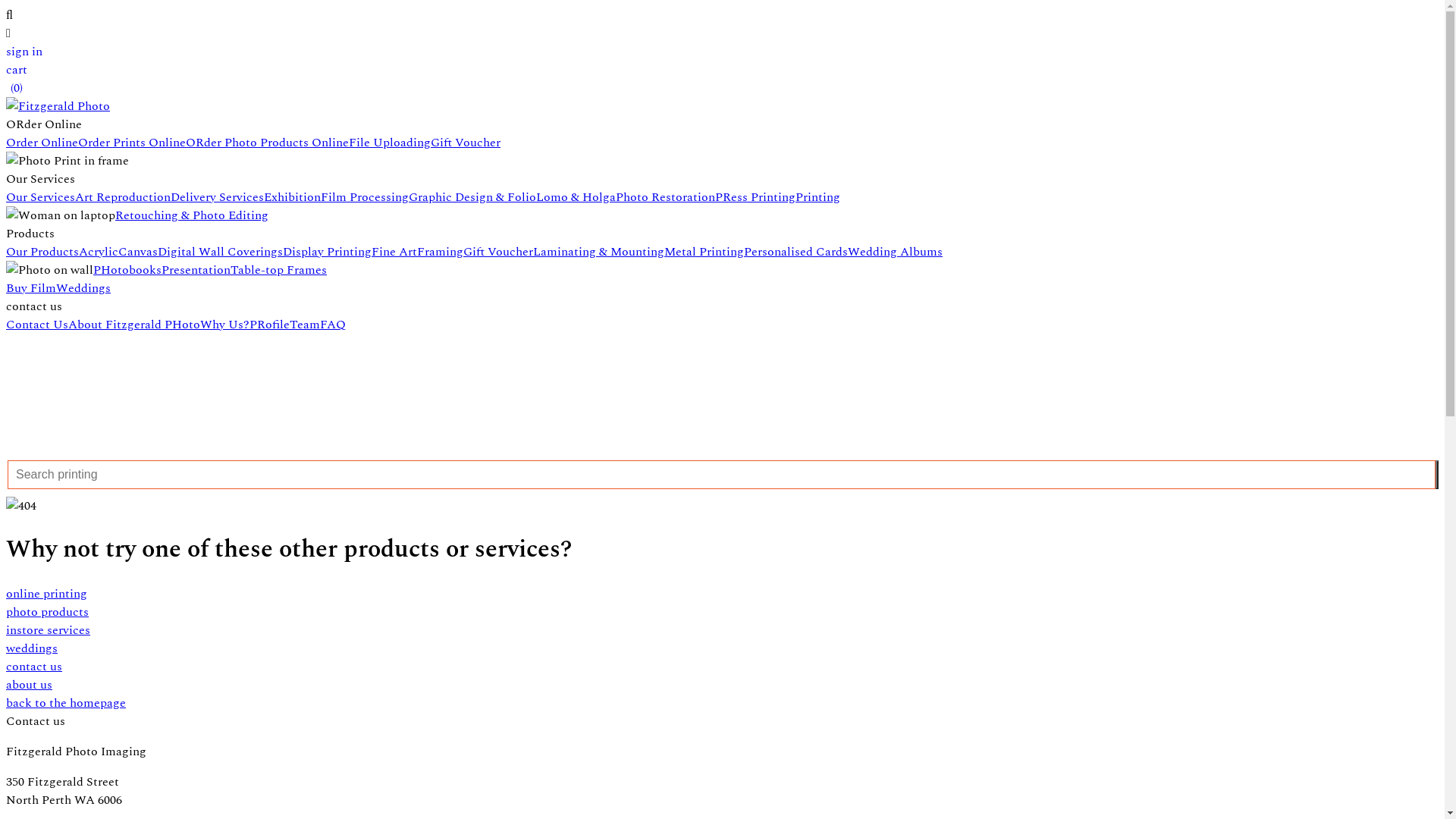  I want to click on 'Photo Restoration', so click(615, 196).